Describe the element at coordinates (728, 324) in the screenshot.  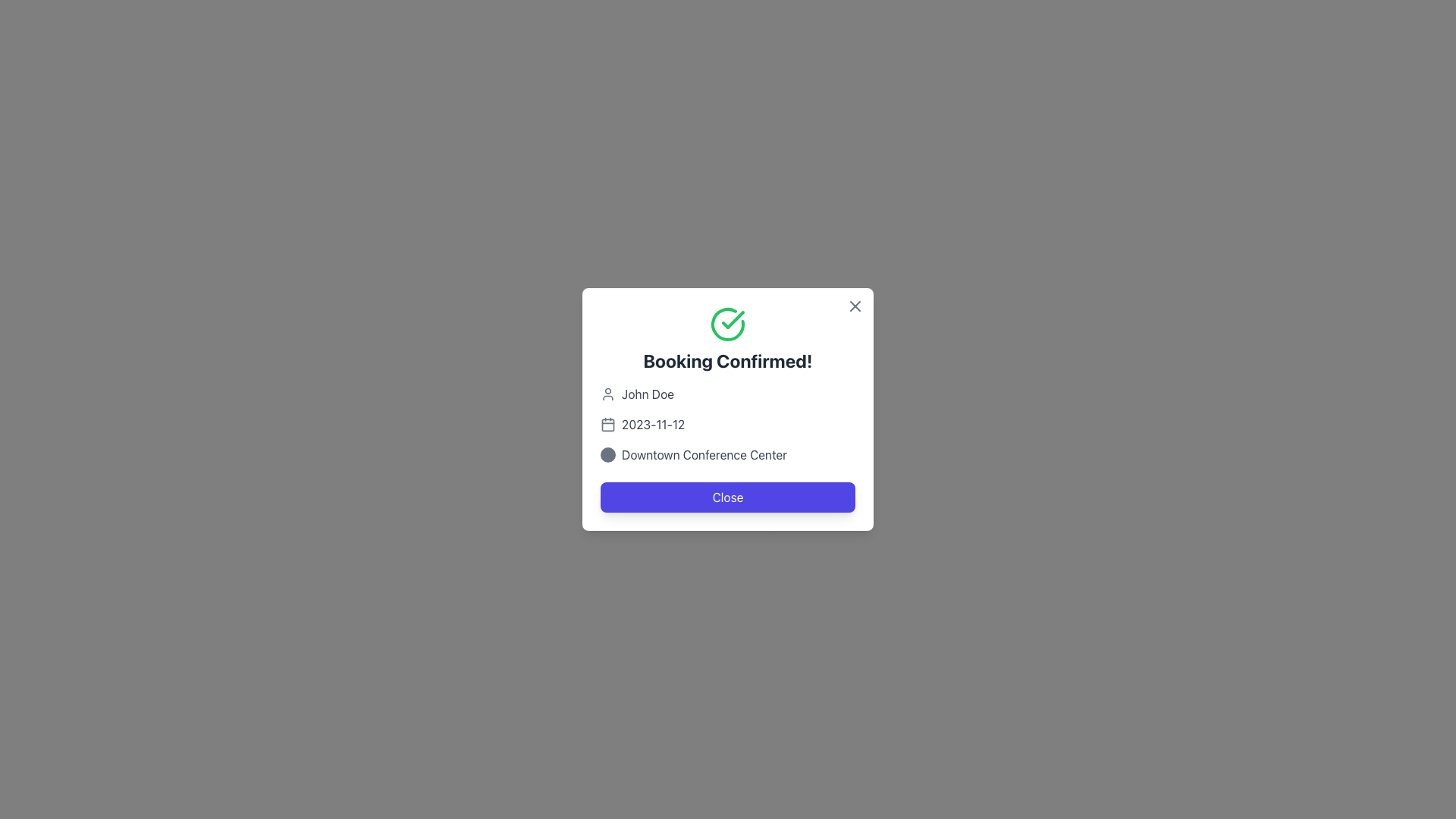
I see `success confirmation icon located centrally in the confirmation dialog box, above the text 'Booking Confirmed!'` at that location.